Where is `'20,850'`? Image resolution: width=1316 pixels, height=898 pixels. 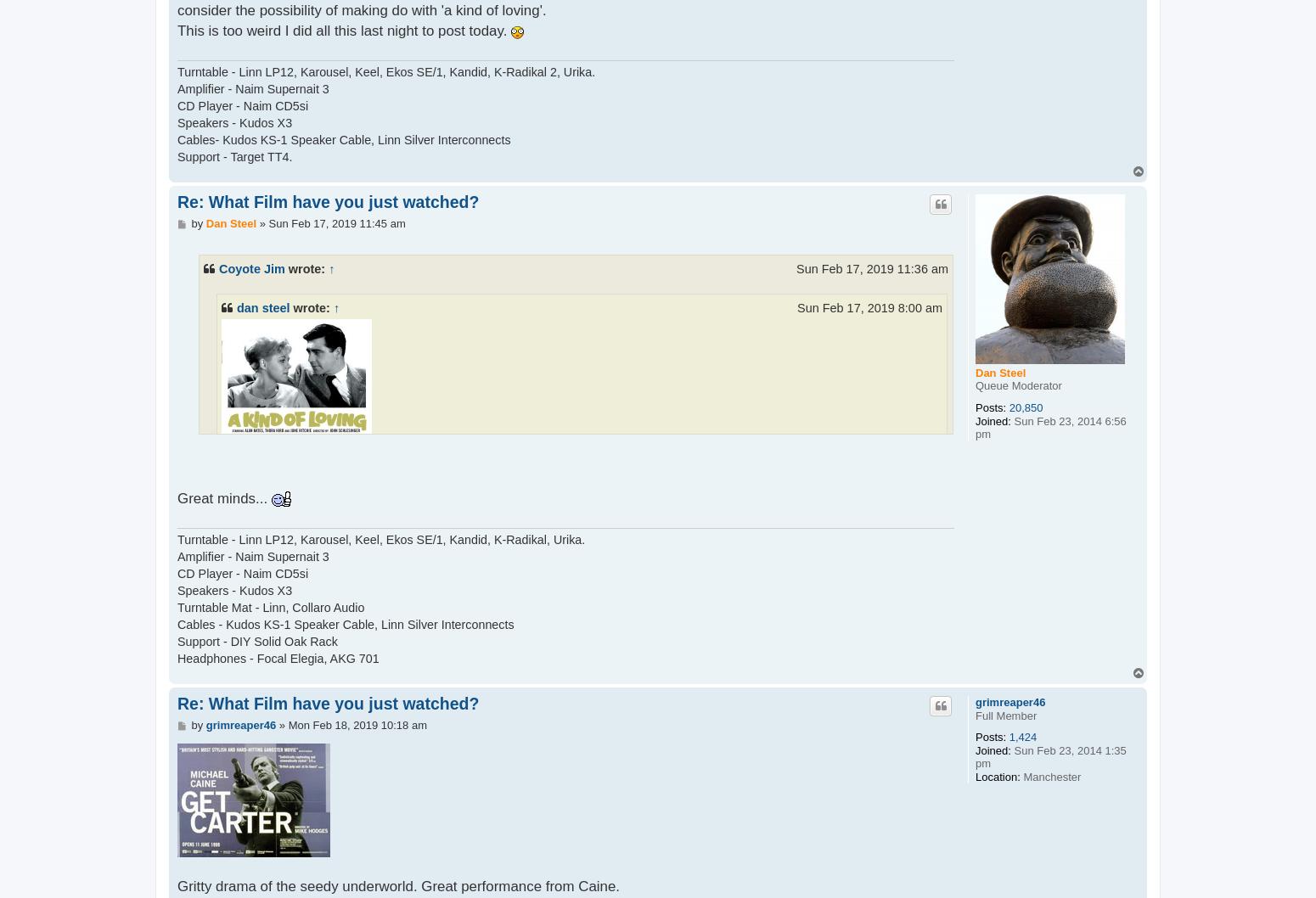
'20,850' is located at coordinates (1026, 407).